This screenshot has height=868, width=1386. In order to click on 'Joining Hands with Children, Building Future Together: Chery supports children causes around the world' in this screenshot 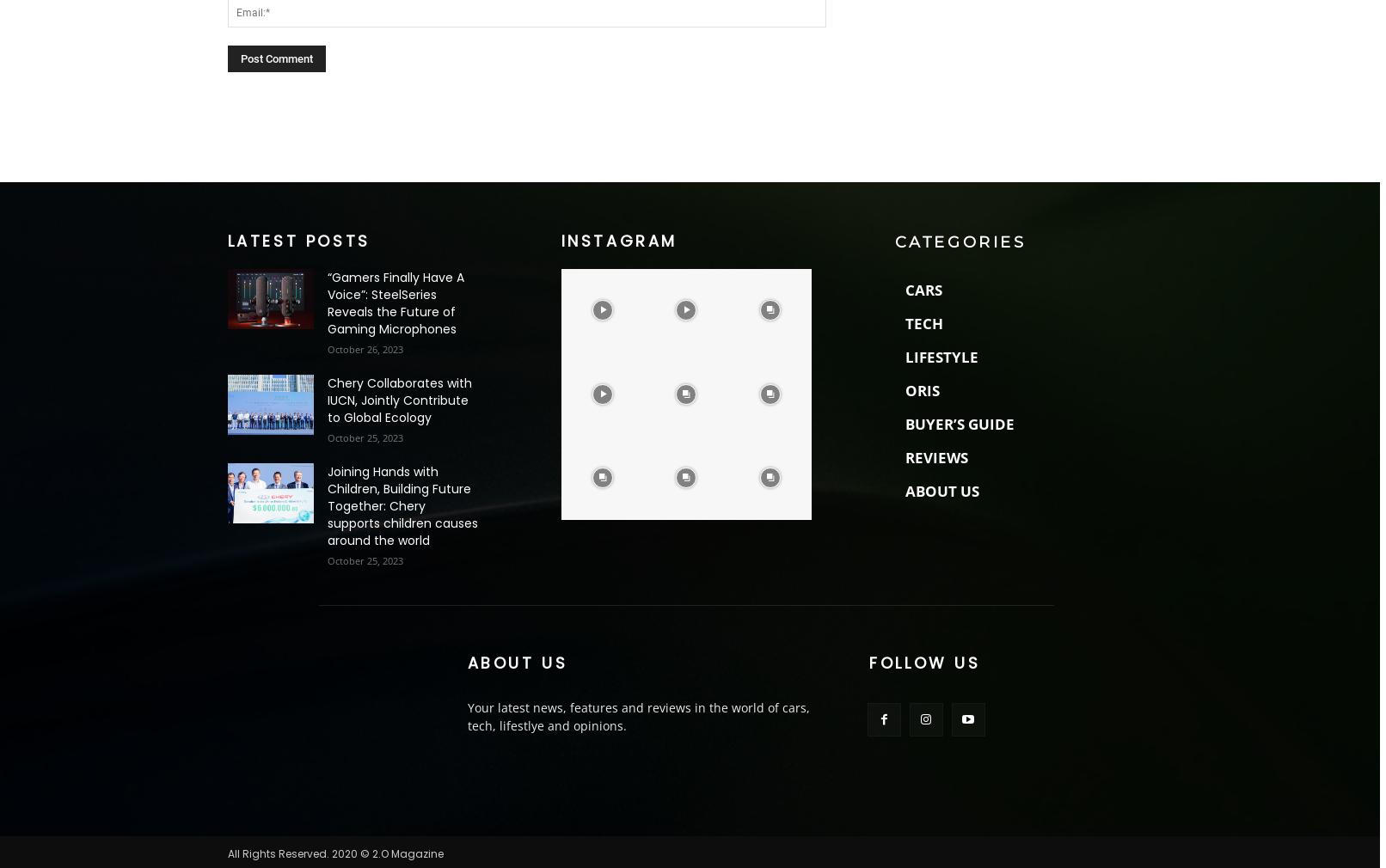, I will do `click(325, 504)`.